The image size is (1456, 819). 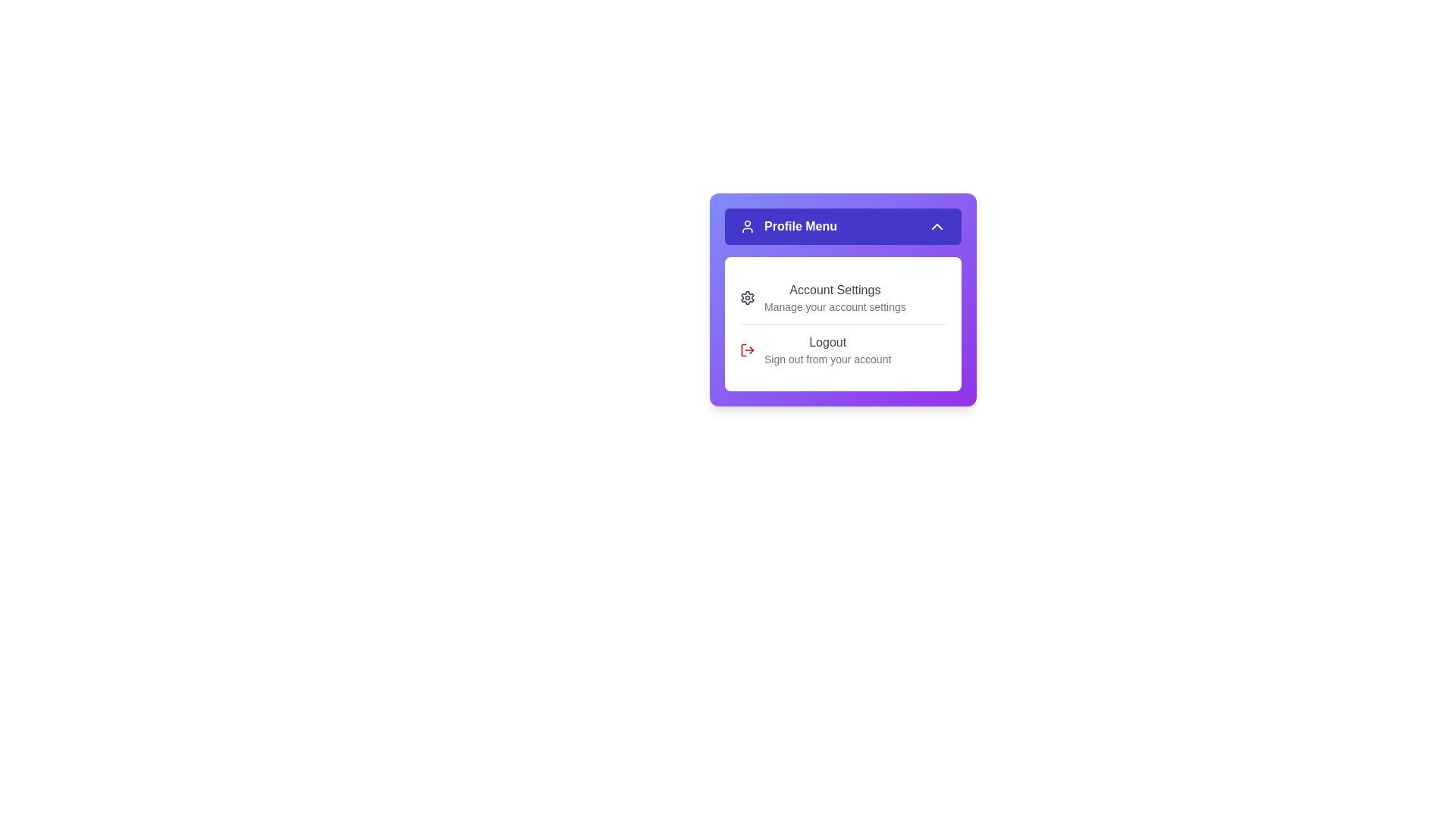 What do you see at coordinates (747, 298) in the screenshot?
I see `the icon next to Account Settings` at bounding box center [747, 298].